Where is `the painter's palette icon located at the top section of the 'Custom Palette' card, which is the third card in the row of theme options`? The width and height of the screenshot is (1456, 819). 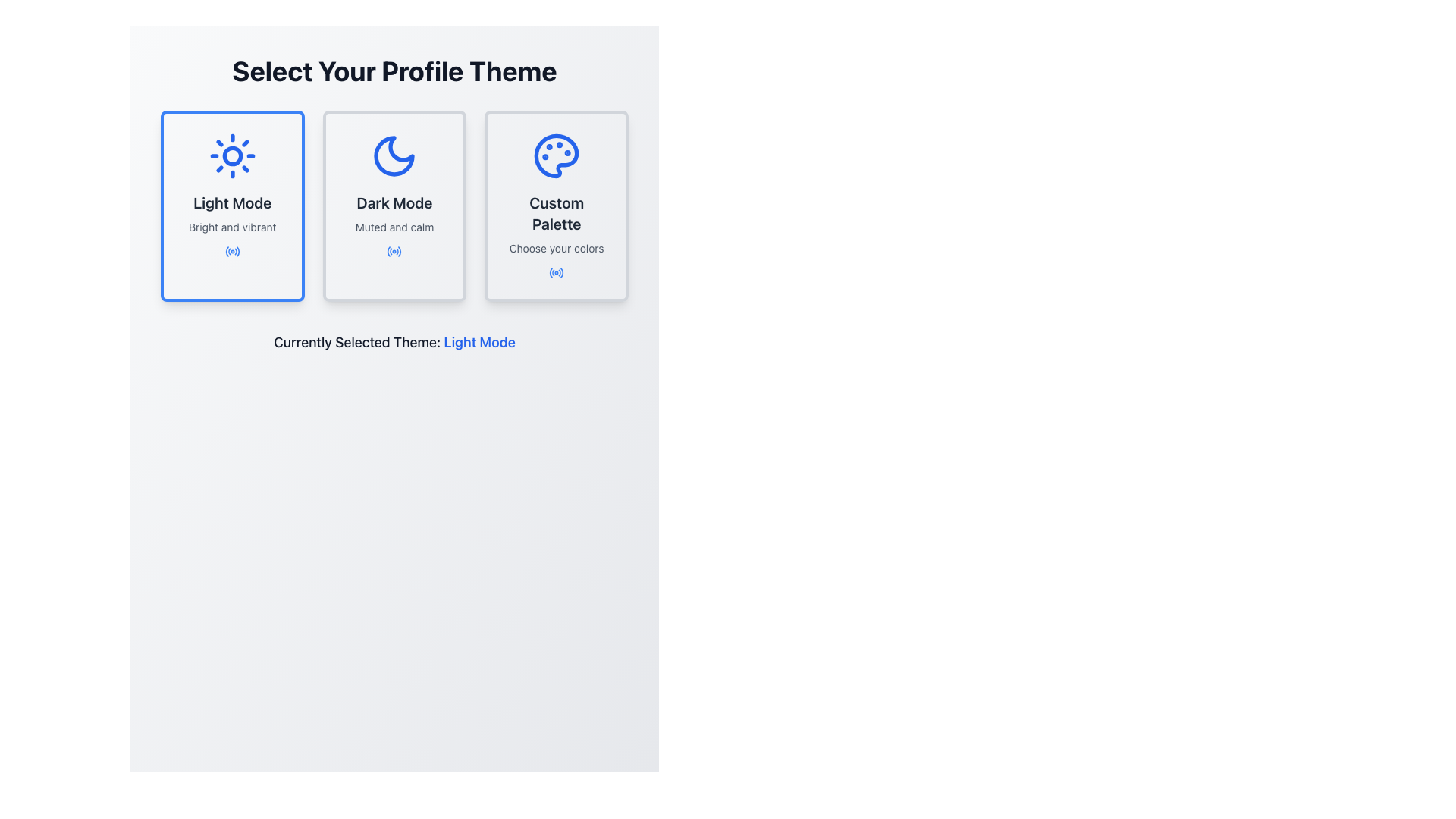
the painter's palette icon located at the top section of the 'Custom Palette' card, which is the third card in the row of theme options is located at coordinates (556, 155).